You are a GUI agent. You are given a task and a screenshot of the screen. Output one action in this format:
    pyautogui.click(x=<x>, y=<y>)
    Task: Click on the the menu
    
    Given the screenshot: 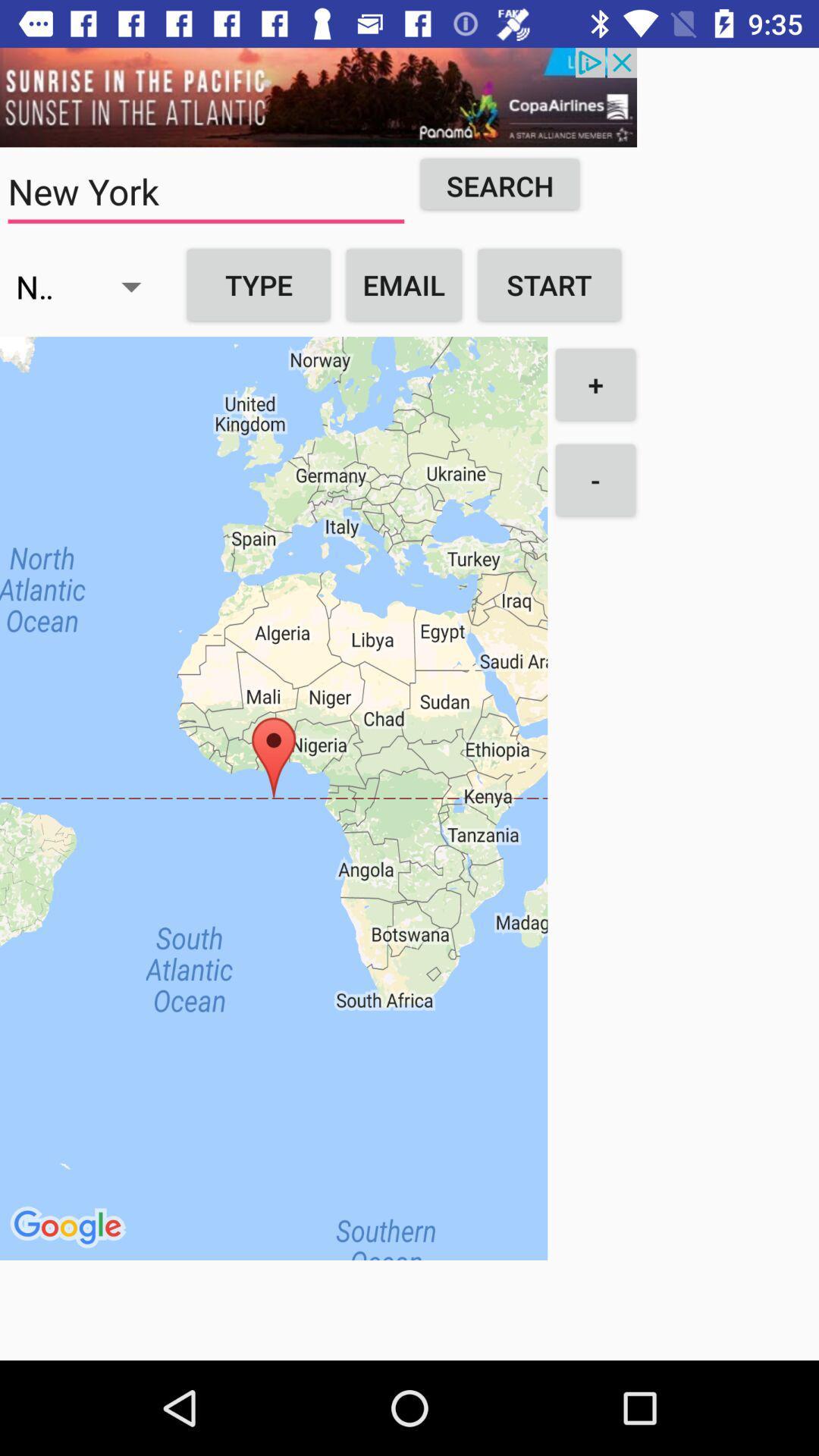 What is the action you would take?
    pyautogui.click(x=318, y=96)
    